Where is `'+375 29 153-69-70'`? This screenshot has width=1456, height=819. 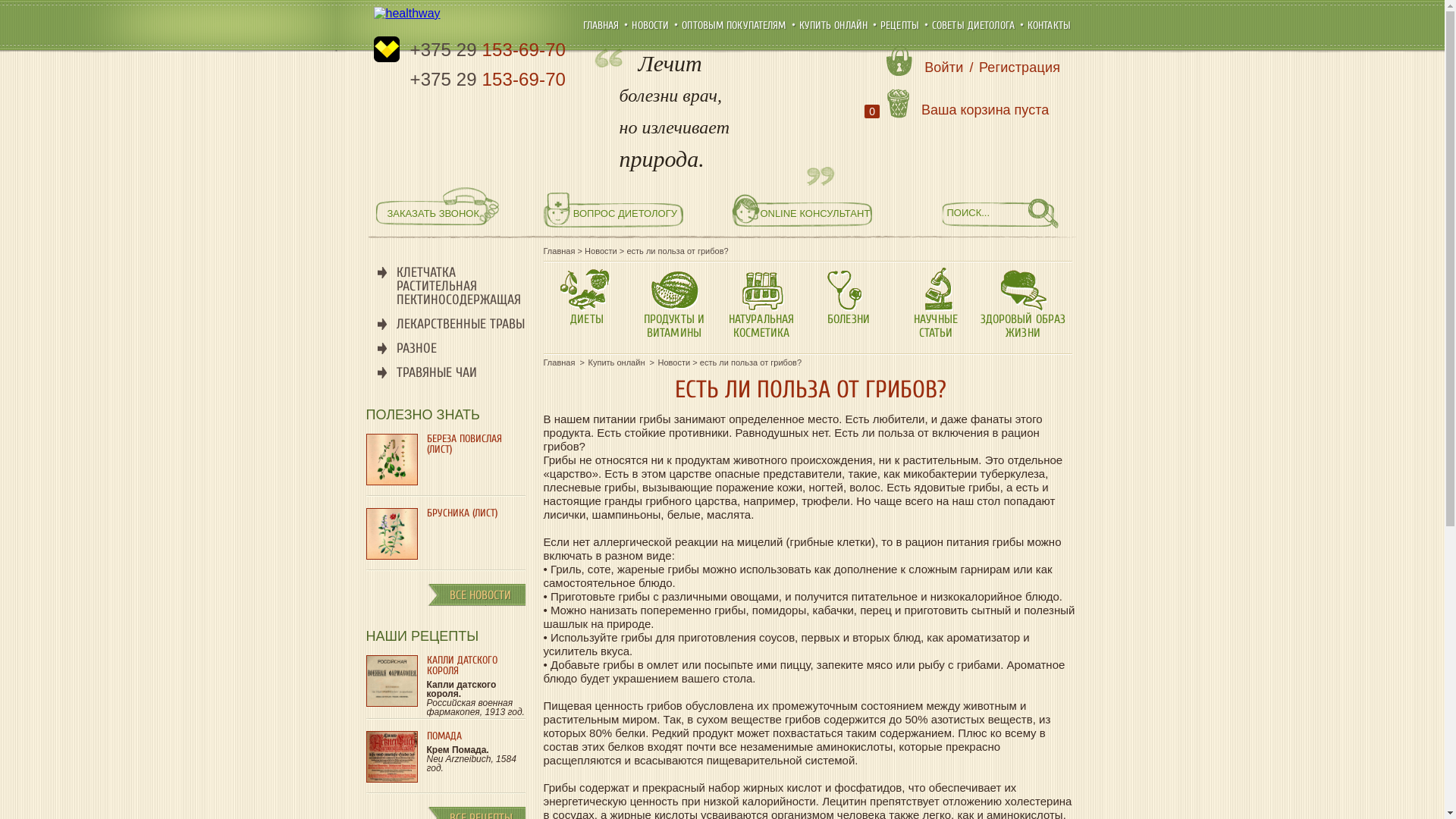
'+375 29 153-69-70' is located at coordinates (488, 49).